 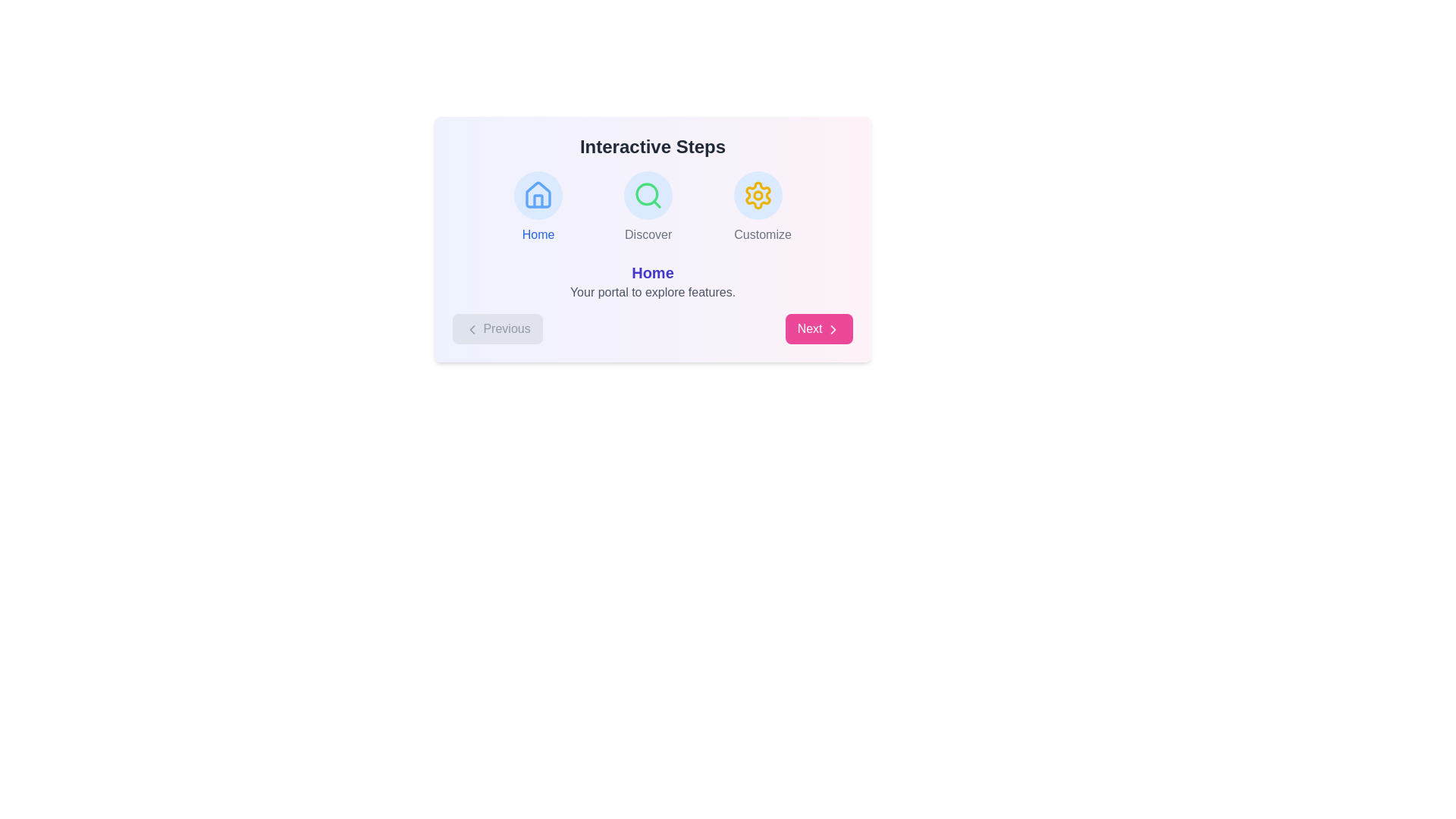 I want to click on the roofline portion of the house icon in the 'Interactive Steps' section, which is positioned on the left-hand side among the icons labeled 'Home', 'Discover', and 'Customize', so click(x=538, y=194).